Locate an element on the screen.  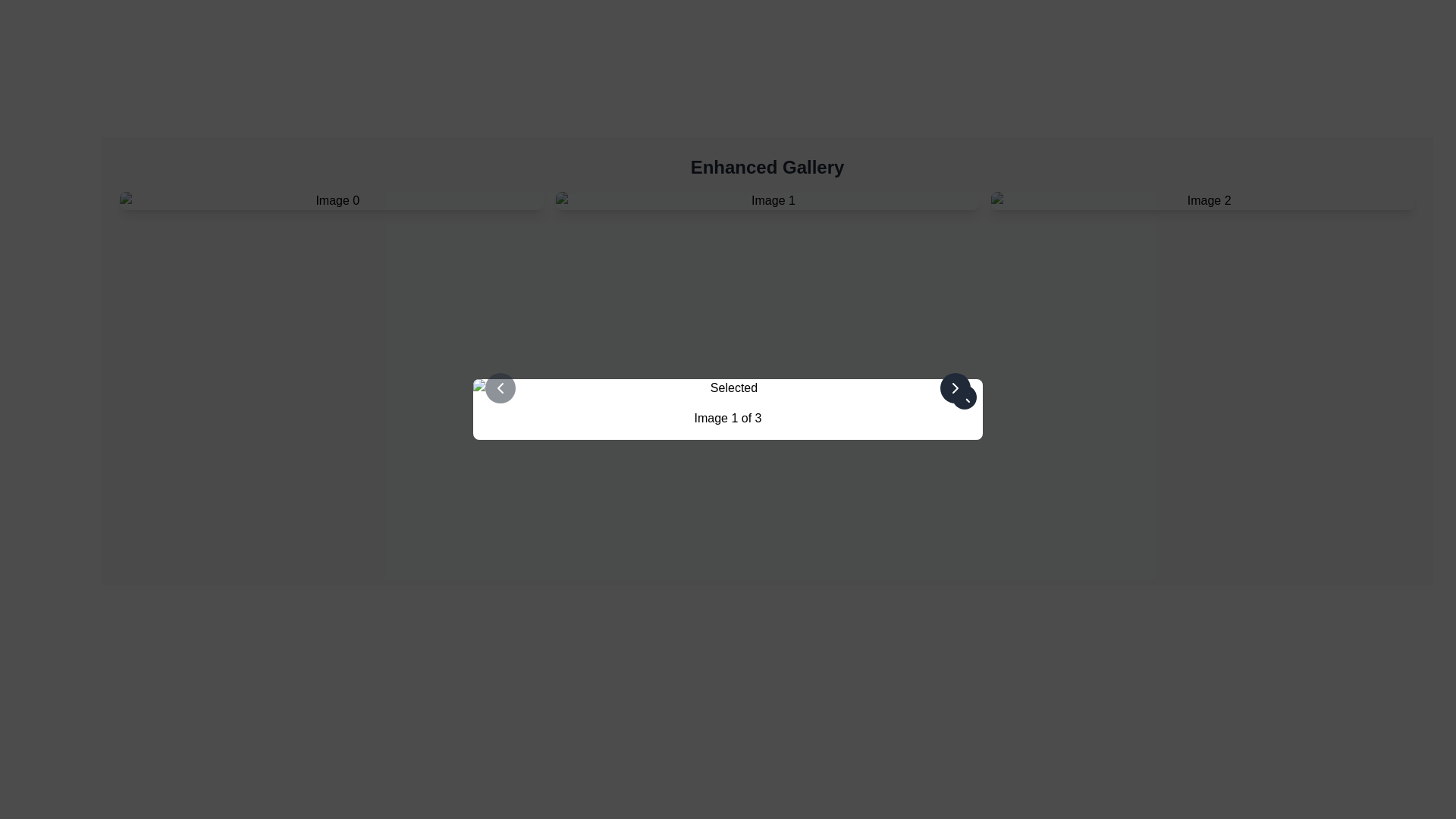
the third and last gallery thumbnail image, located on the far right of the grid is located at coordinates (1202, 200).